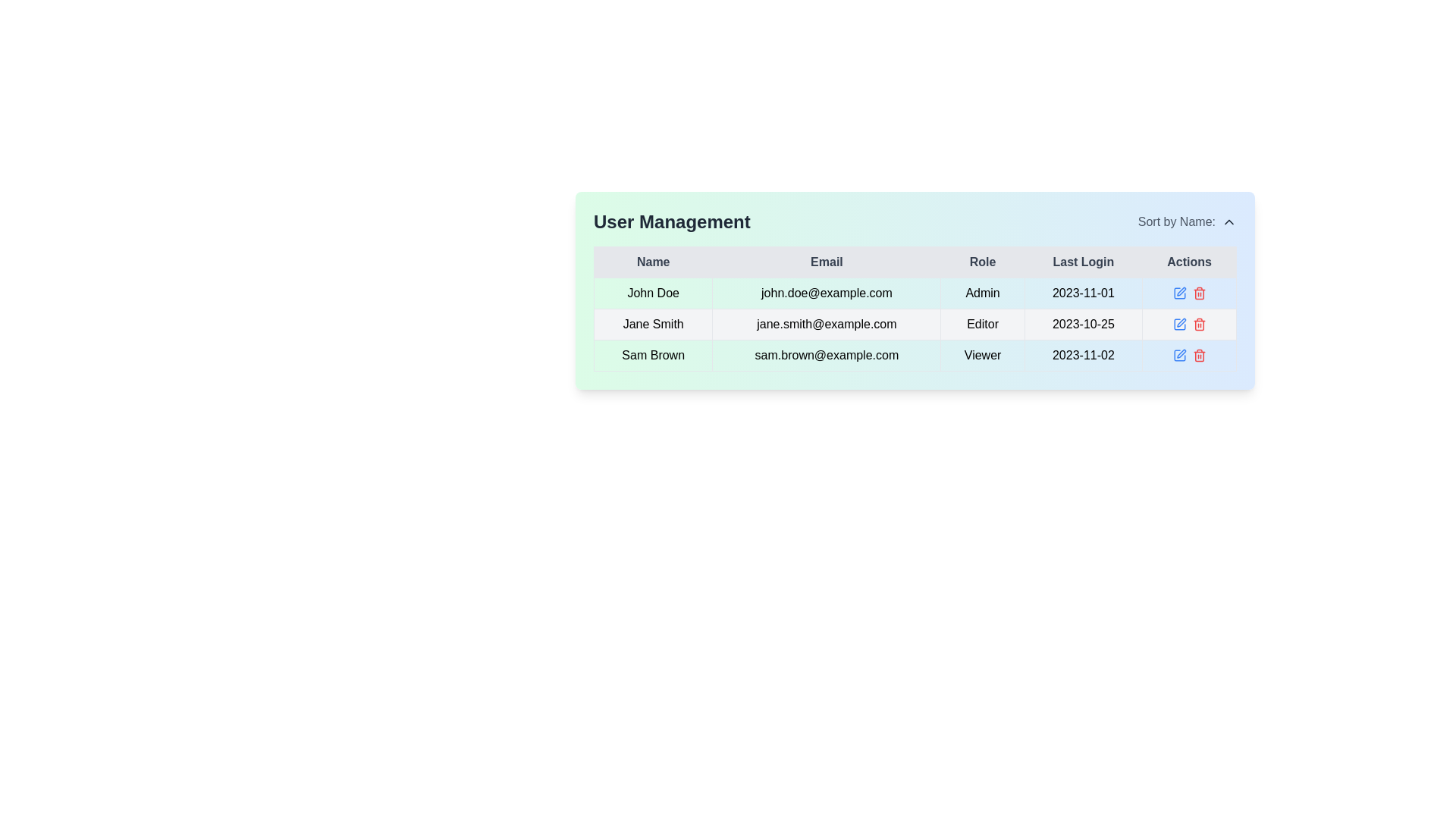  Describe the element at coordinates (1178, 356) in the screenshot. I see `the edit icon button (pen) in the Actions column of the last row in the User Management table` at that location.